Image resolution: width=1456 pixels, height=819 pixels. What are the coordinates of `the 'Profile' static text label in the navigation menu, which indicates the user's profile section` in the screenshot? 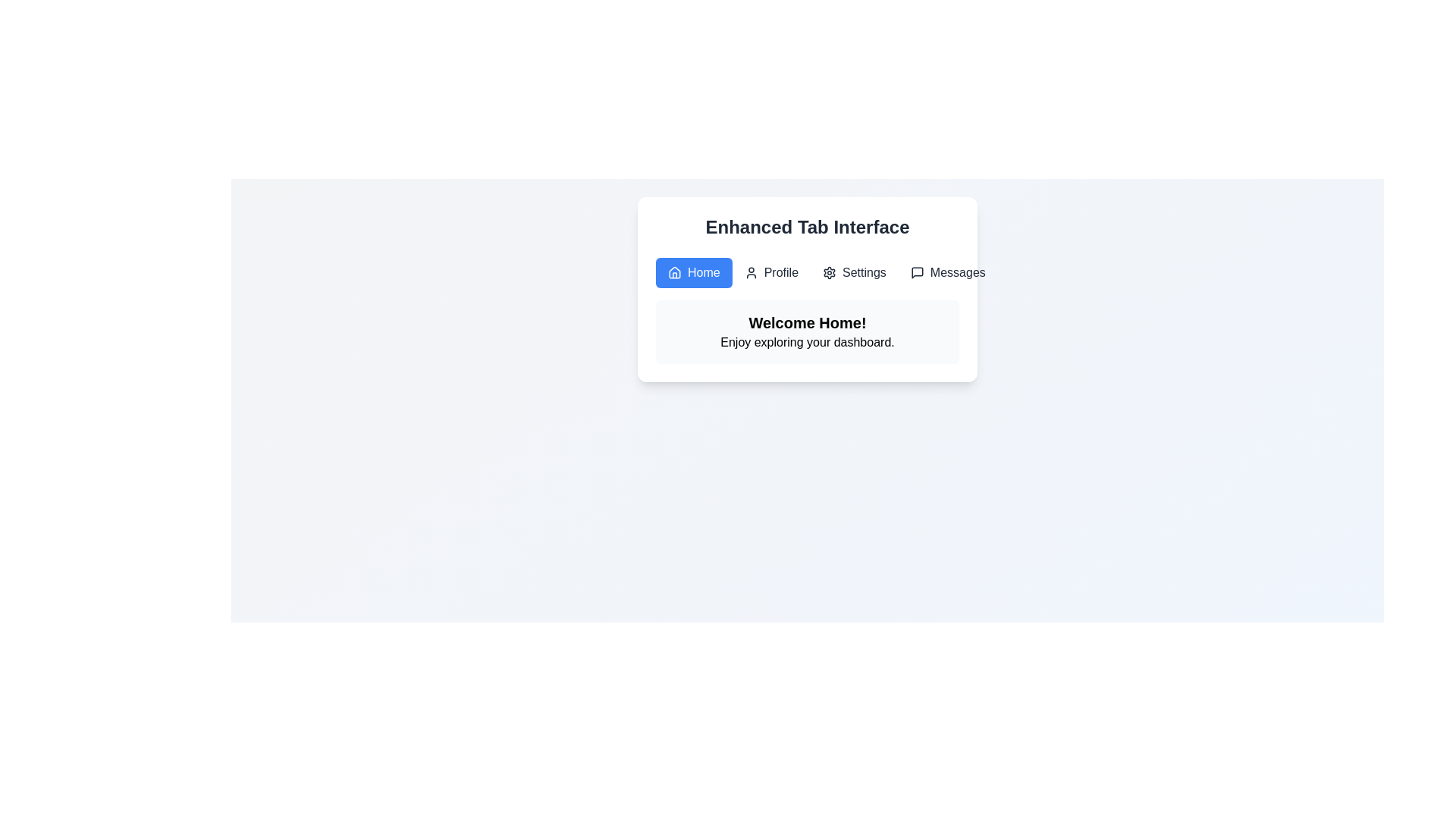 It's located at (781, 271).